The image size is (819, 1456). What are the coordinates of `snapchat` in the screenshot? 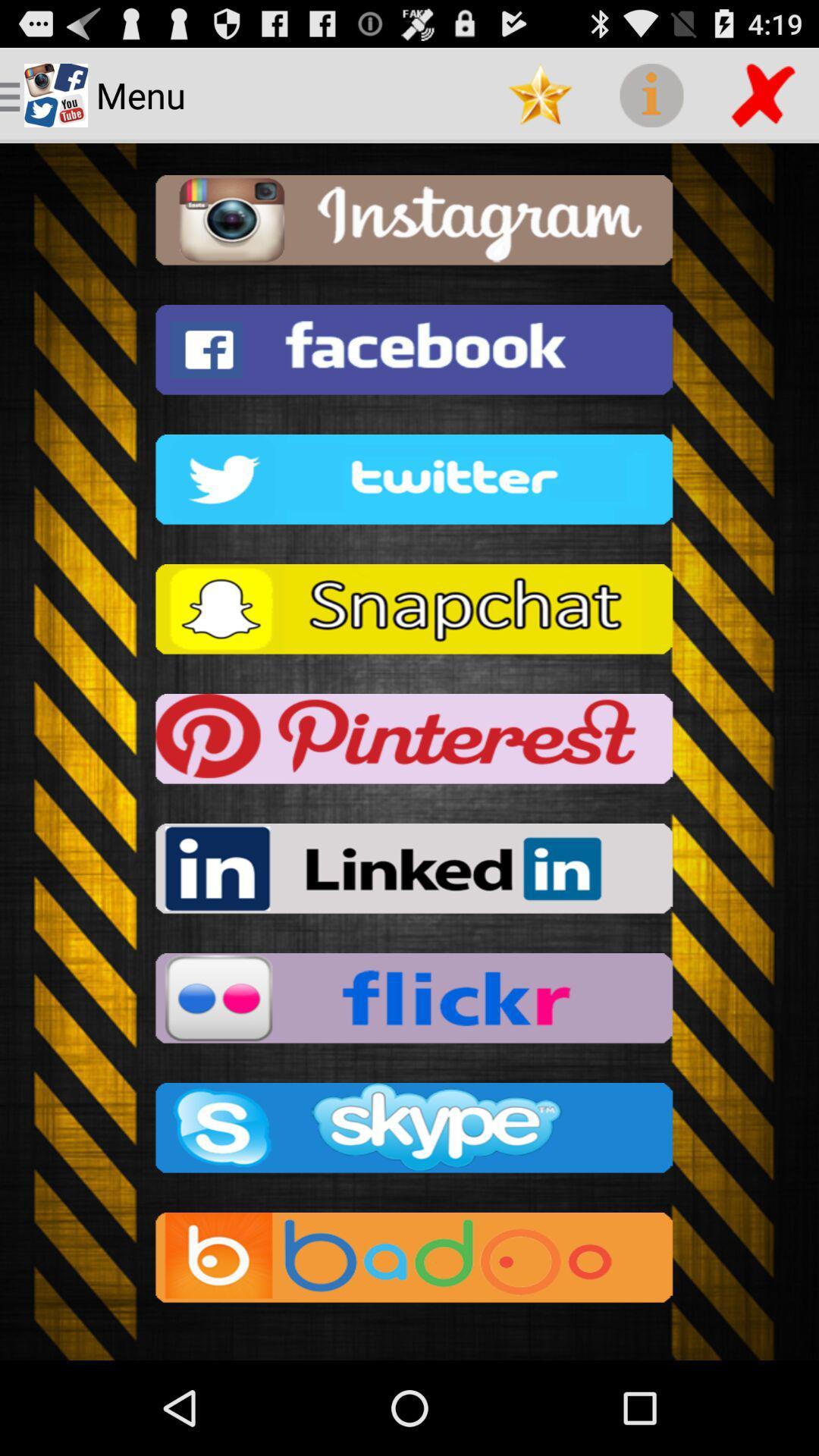 It's located at (409, 613).